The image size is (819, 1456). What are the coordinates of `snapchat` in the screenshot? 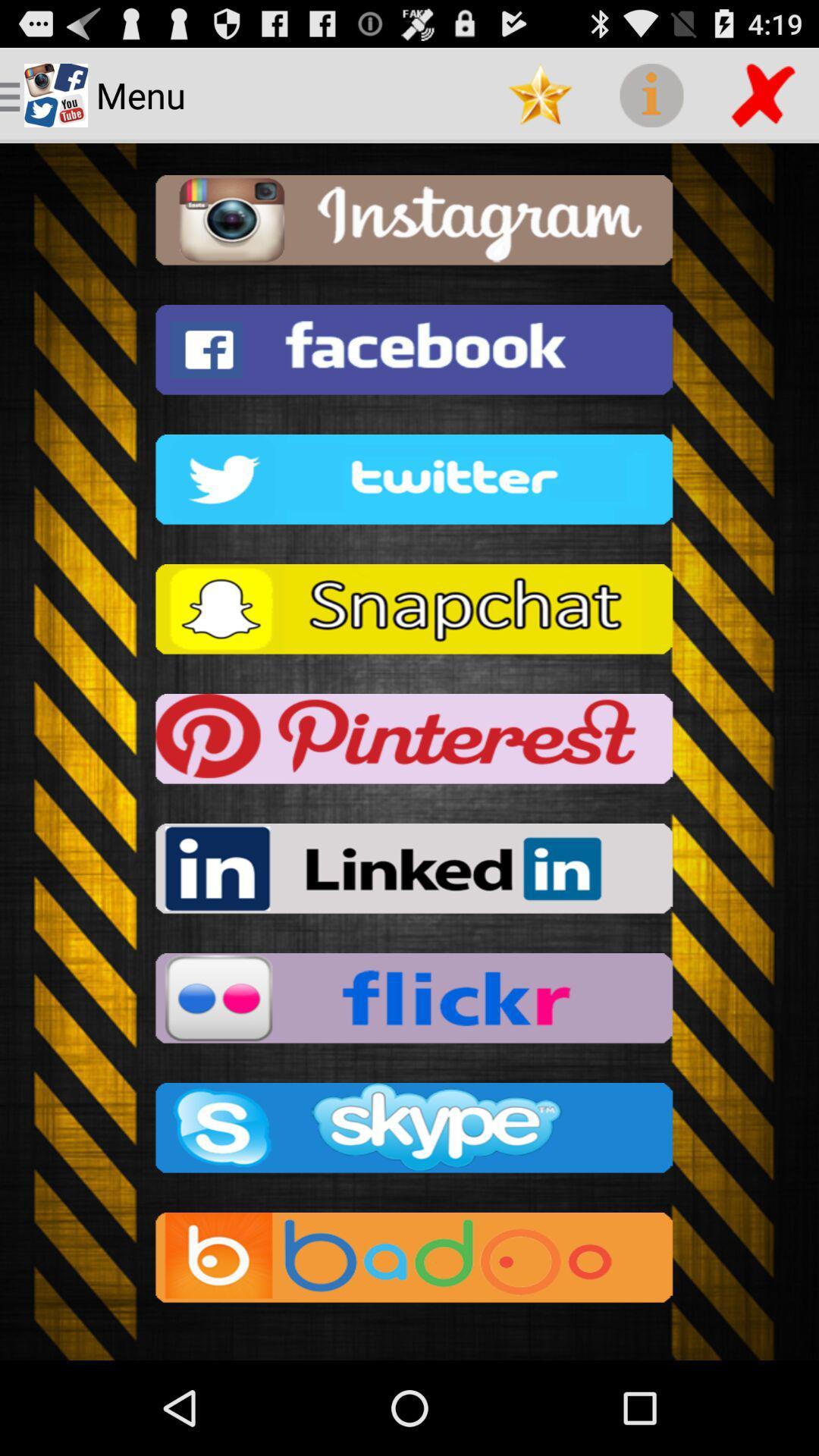 It's located at (409, 613).